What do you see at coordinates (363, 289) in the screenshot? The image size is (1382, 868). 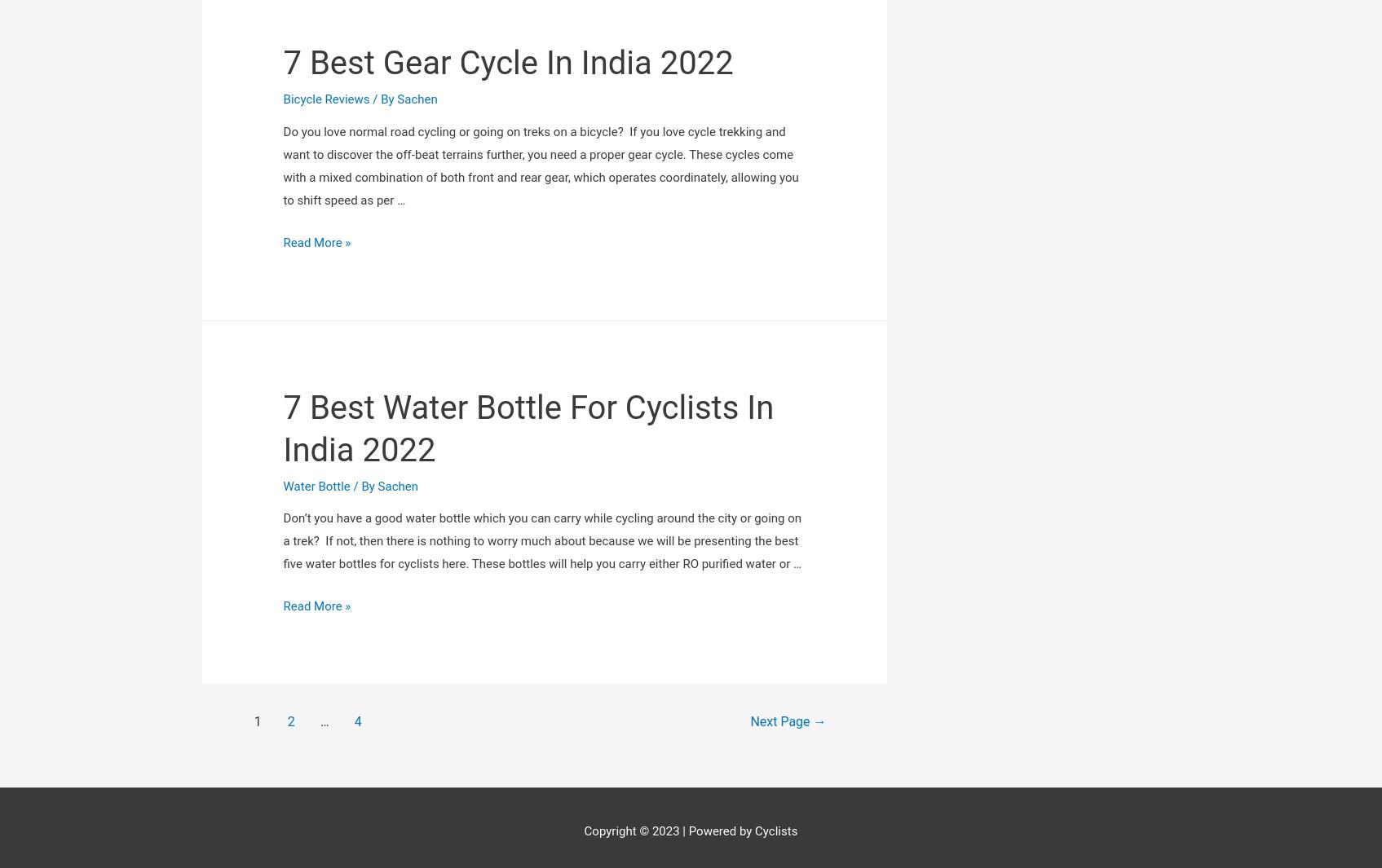 I see `'/ By'` at bounding box center [363, 289].